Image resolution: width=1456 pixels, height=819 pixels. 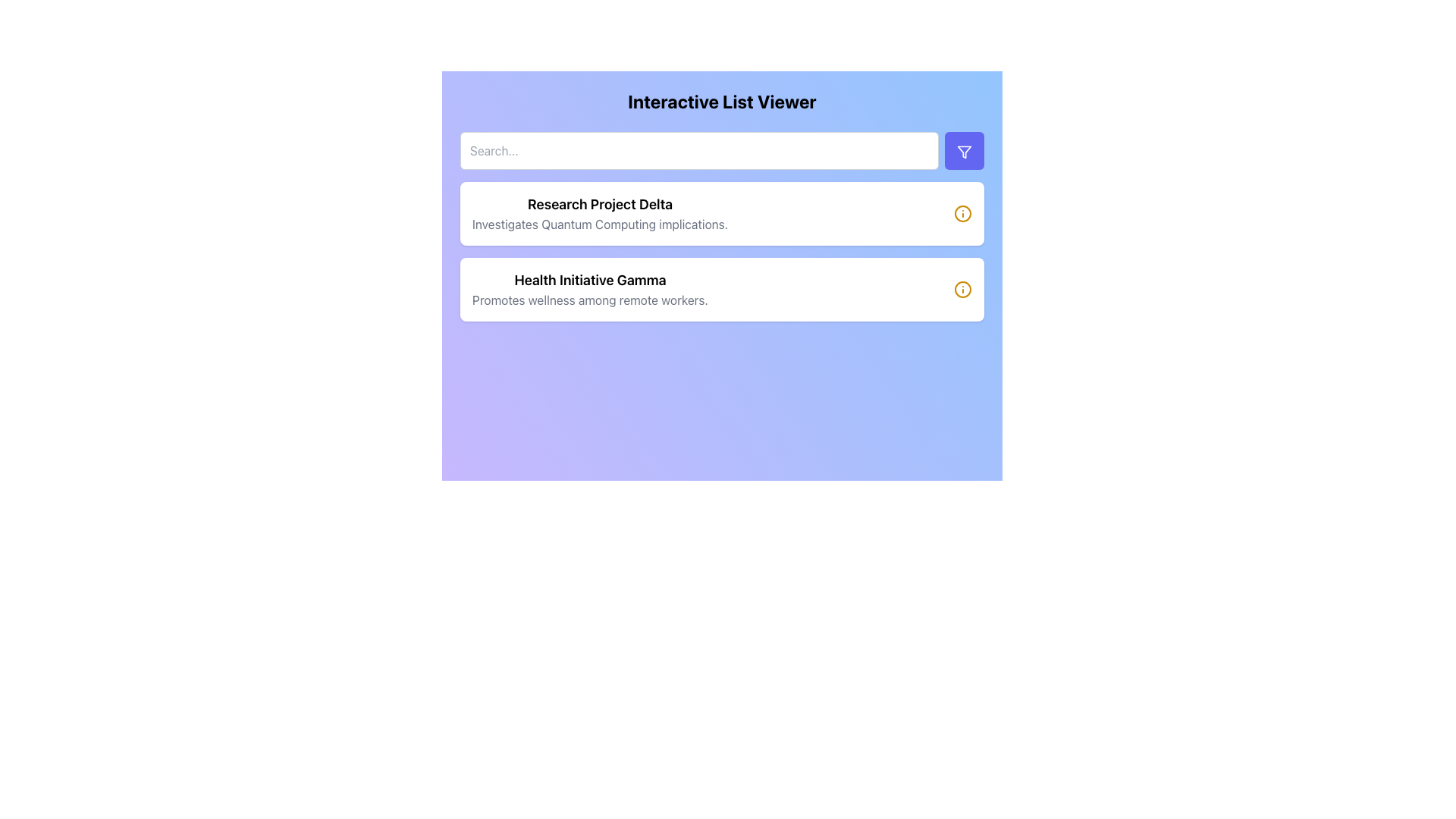 I want to click on the interactive Icon Button located in the lower-right corner of the 'Health Initiative Gamma' card, so click(x=962, y=289).